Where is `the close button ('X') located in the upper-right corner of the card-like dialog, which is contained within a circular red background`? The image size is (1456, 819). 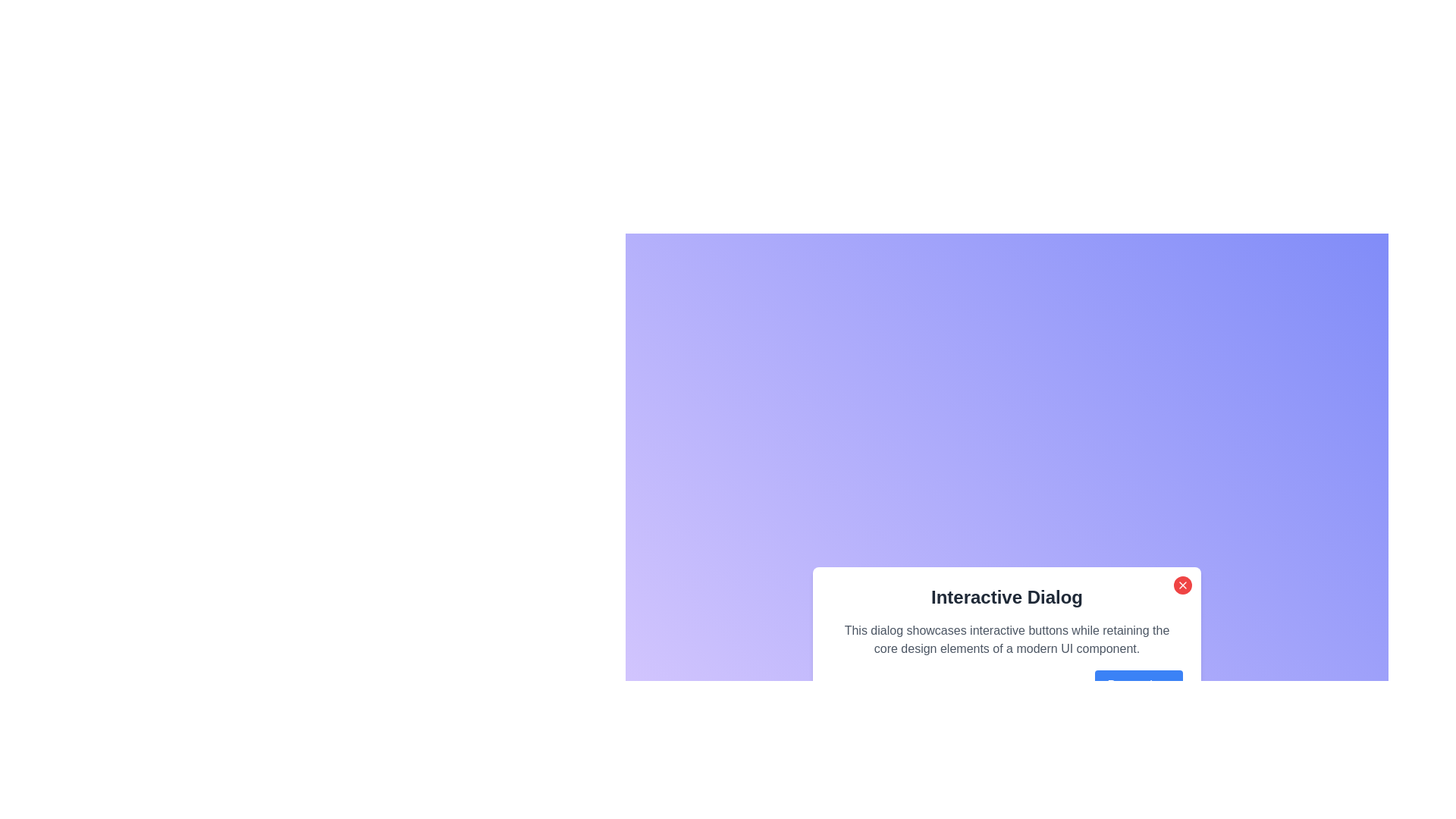
the close button ('X') located in the upper-right corner of the card-like dialog, which is contained within a circular red background is located at coordinates (1182, 584).